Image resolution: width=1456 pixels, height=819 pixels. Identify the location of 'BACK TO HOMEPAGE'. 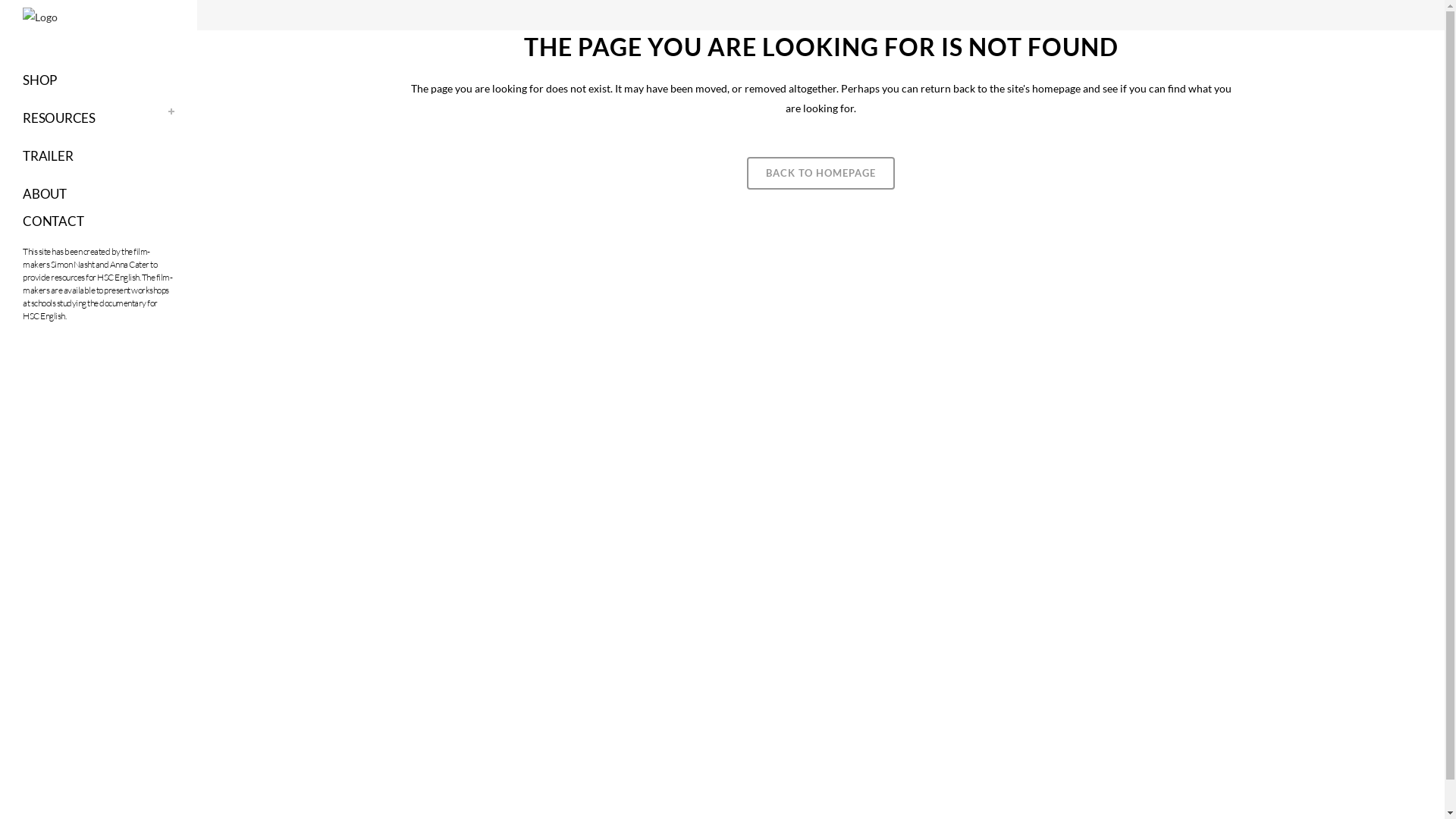
(820, 172).